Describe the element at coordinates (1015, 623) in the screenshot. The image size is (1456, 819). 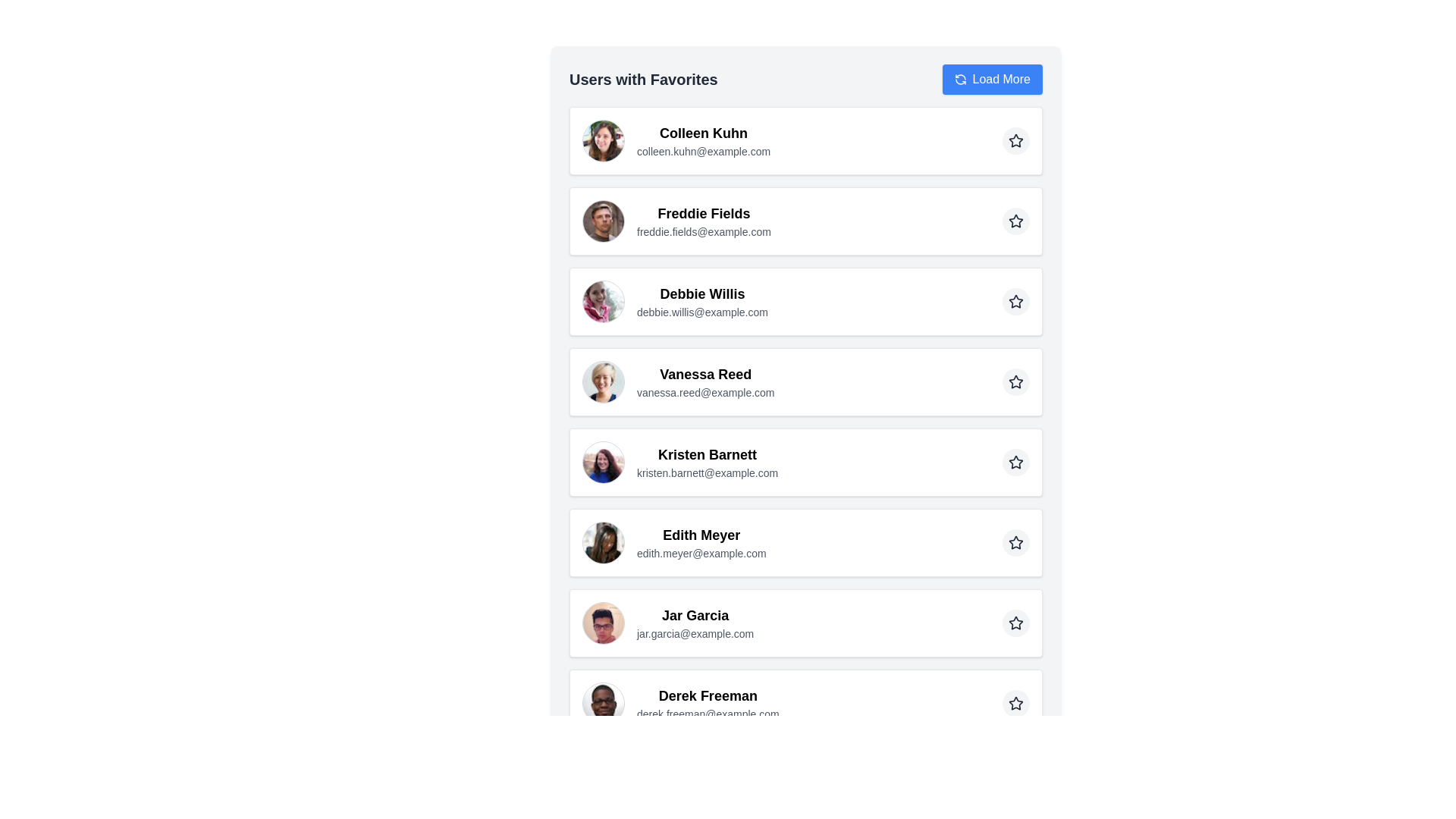
I see `the star icon outlined in black, located in the 'Jar Garcia' entry of the vertical user list` at that location.